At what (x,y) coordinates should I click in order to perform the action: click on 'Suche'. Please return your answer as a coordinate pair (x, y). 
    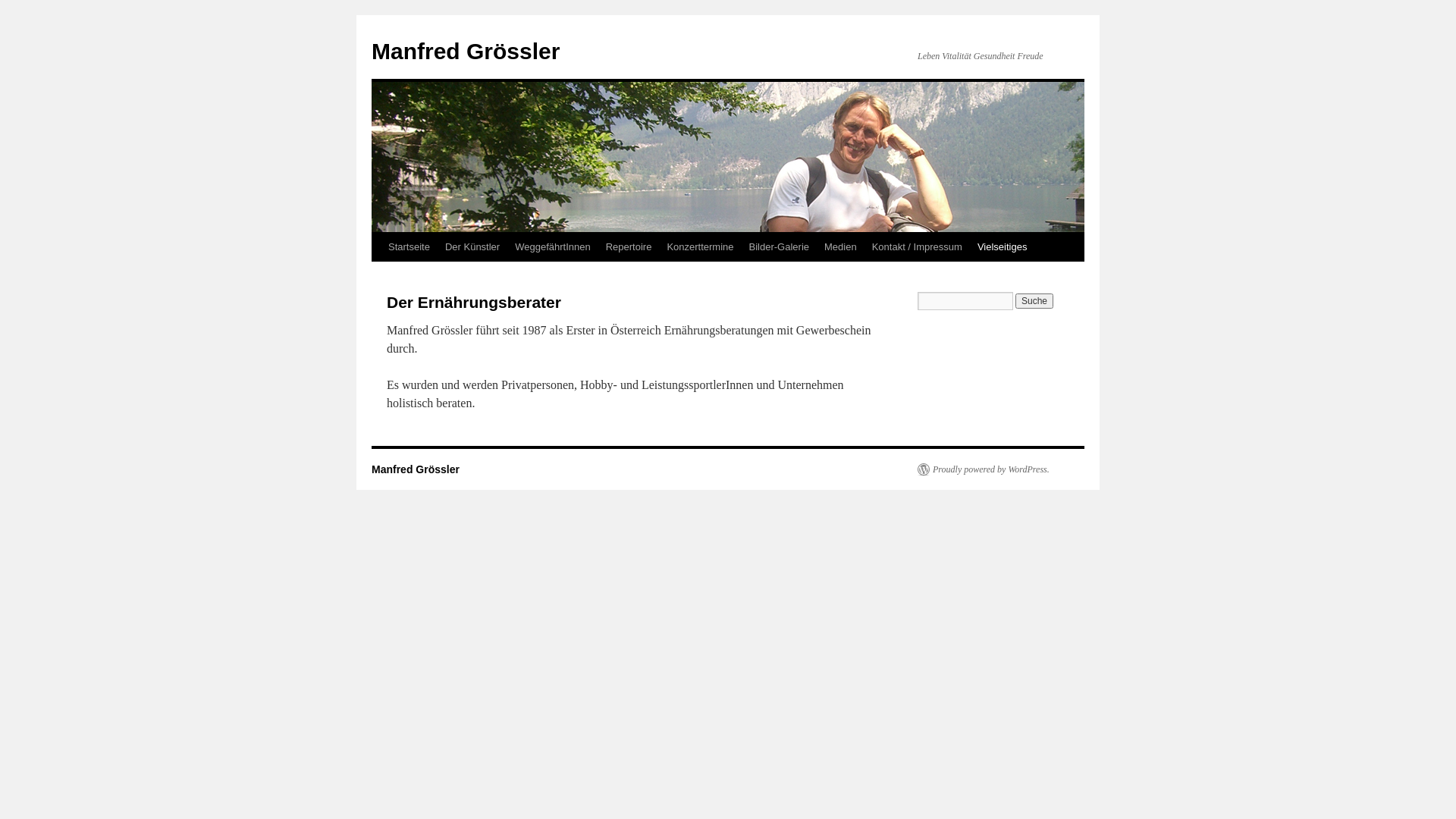
    Looking at the image, I should click on (1033, 301).